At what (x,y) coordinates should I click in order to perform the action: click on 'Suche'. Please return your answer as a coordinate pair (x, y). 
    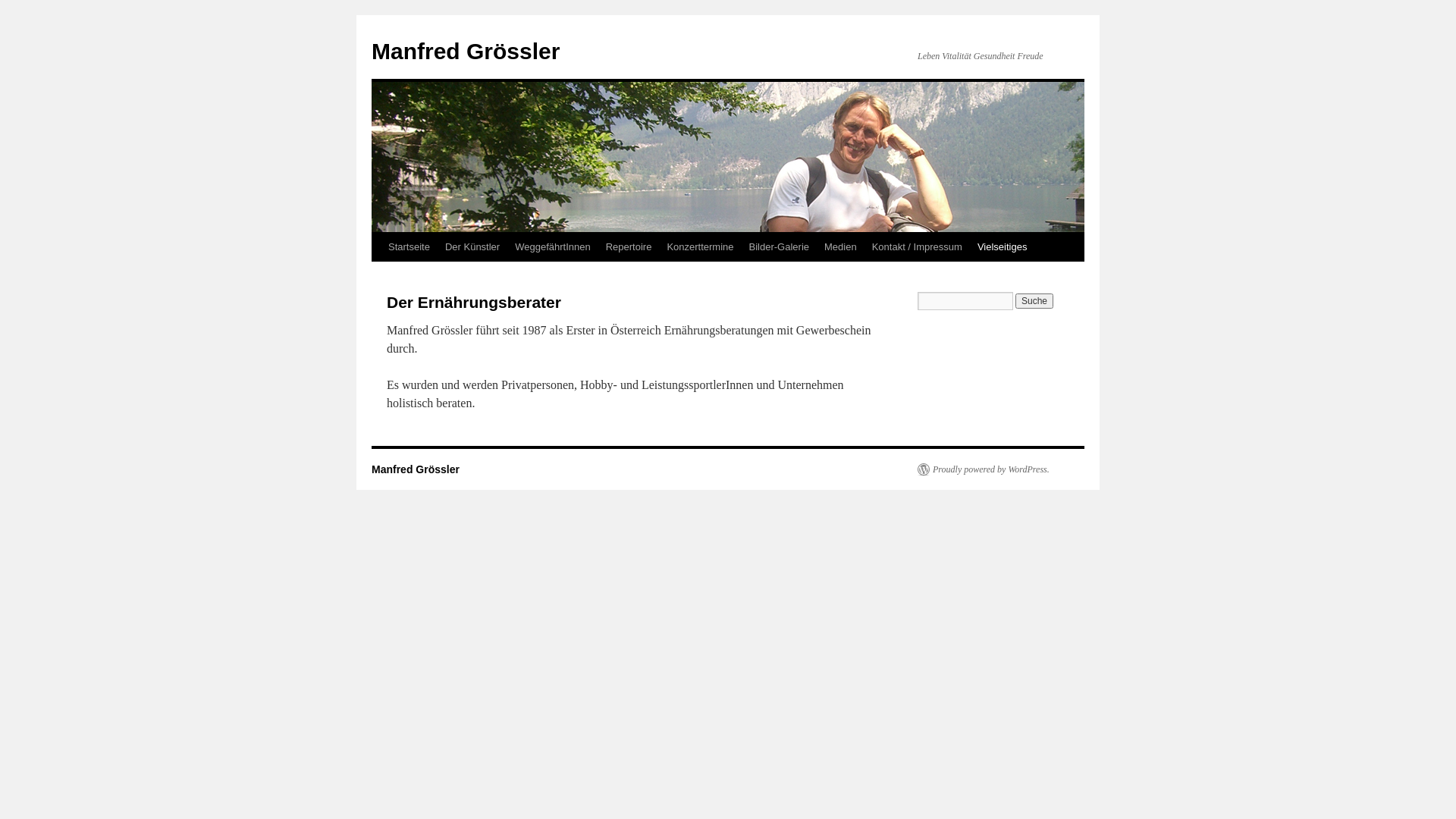
    Looking at the image, I should click on (1033, 301).